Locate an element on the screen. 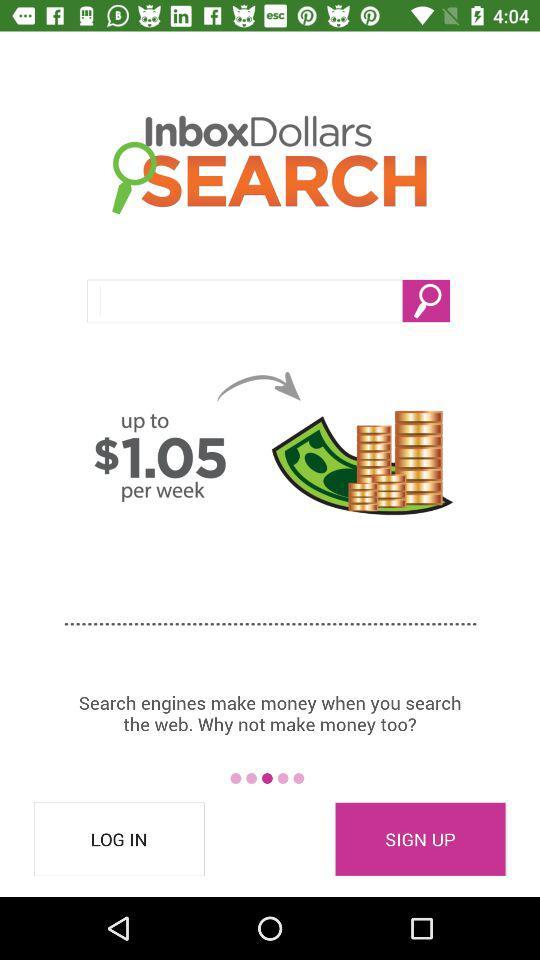 This screenshot has width=540, height=960. the item next to sign up icon is located at coordinates (119, 839).